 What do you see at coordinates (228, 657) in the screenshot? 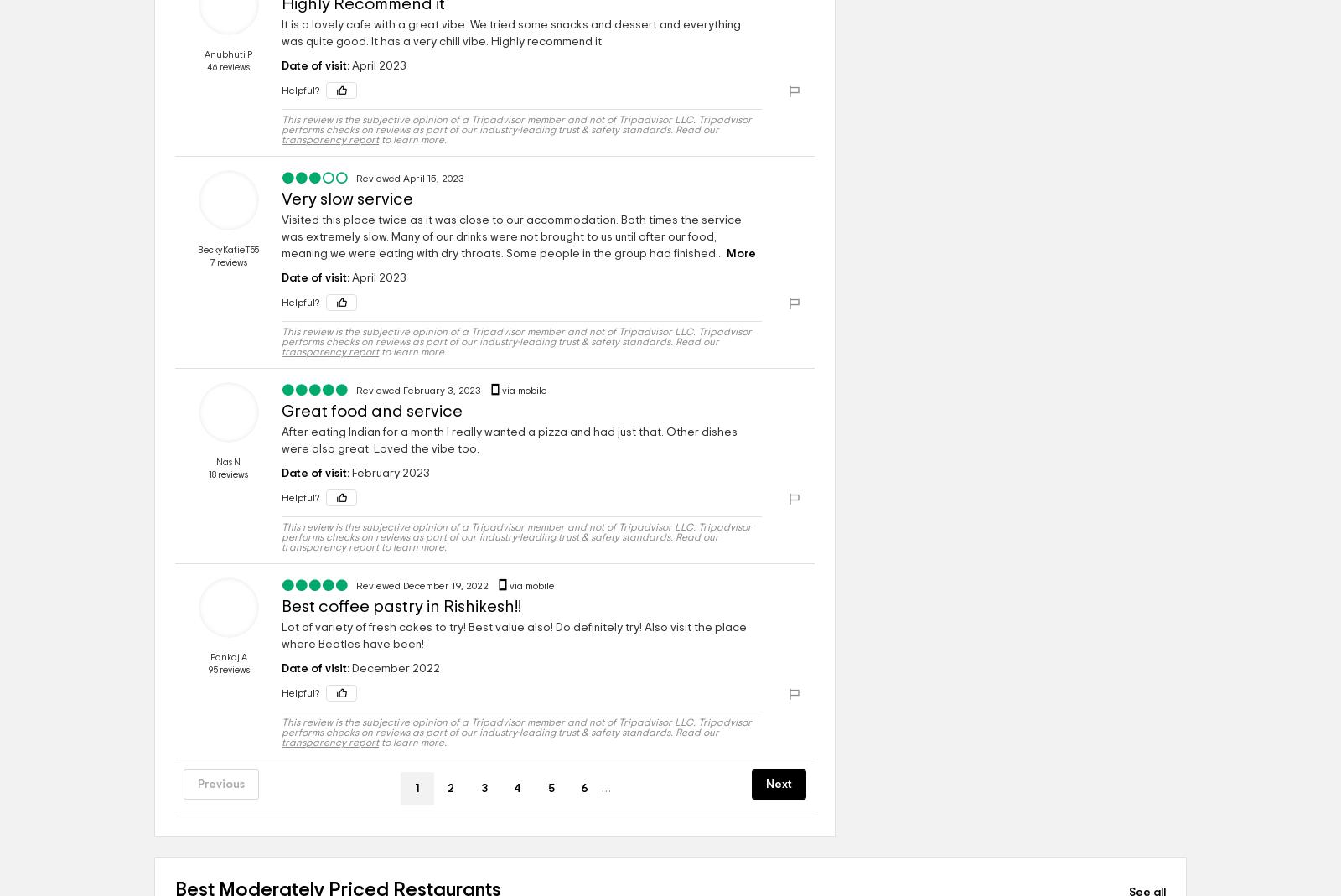
I see `'Pankaj A'` at bounding box center [228, 657].